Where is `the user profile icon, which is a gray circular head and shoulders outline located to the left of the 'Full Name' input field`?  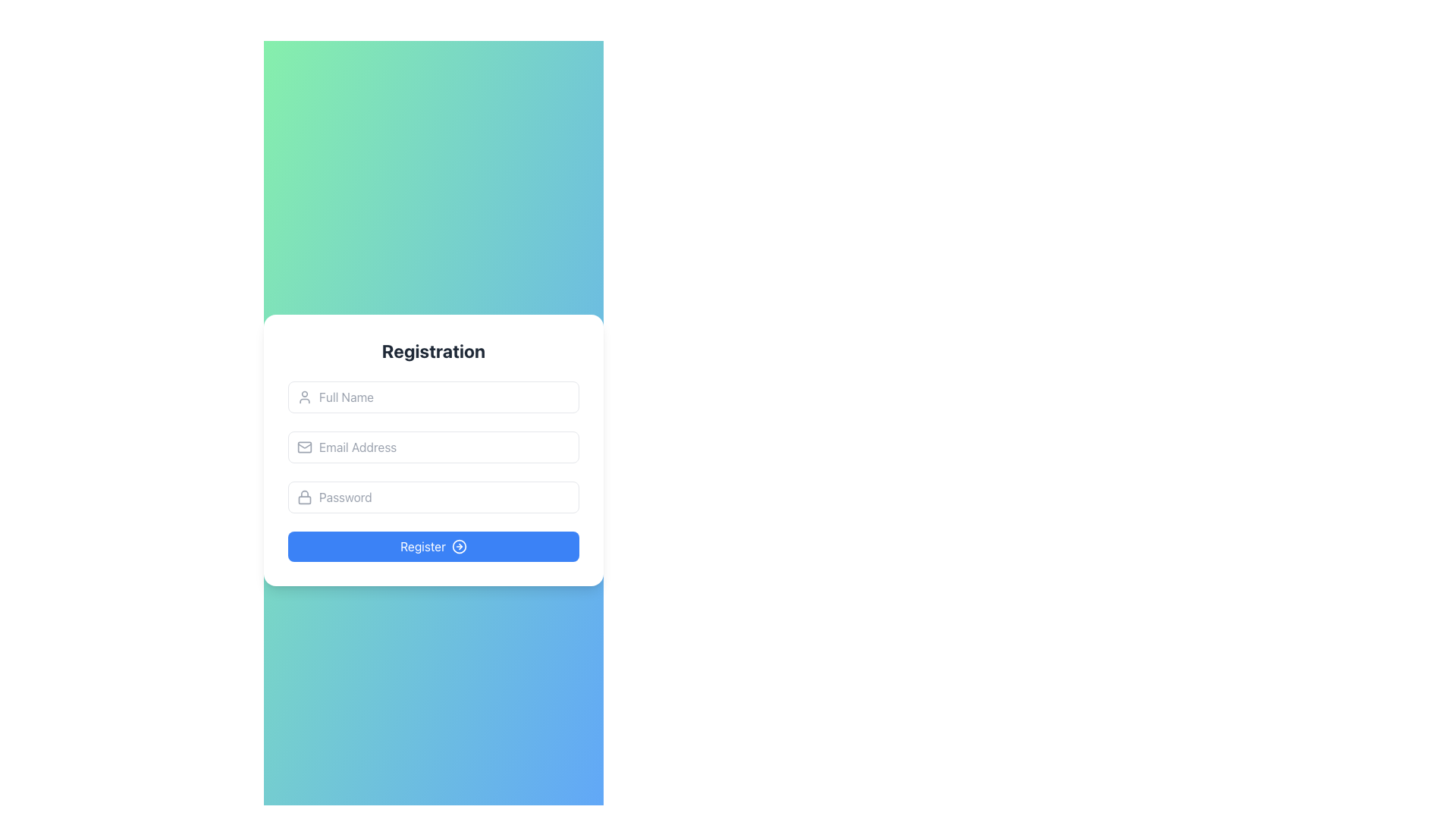
the user profile icon, which is a gray circular head and shoulders outline located to the left of the 'Full Name' input field is located at coordinates (304, 397).